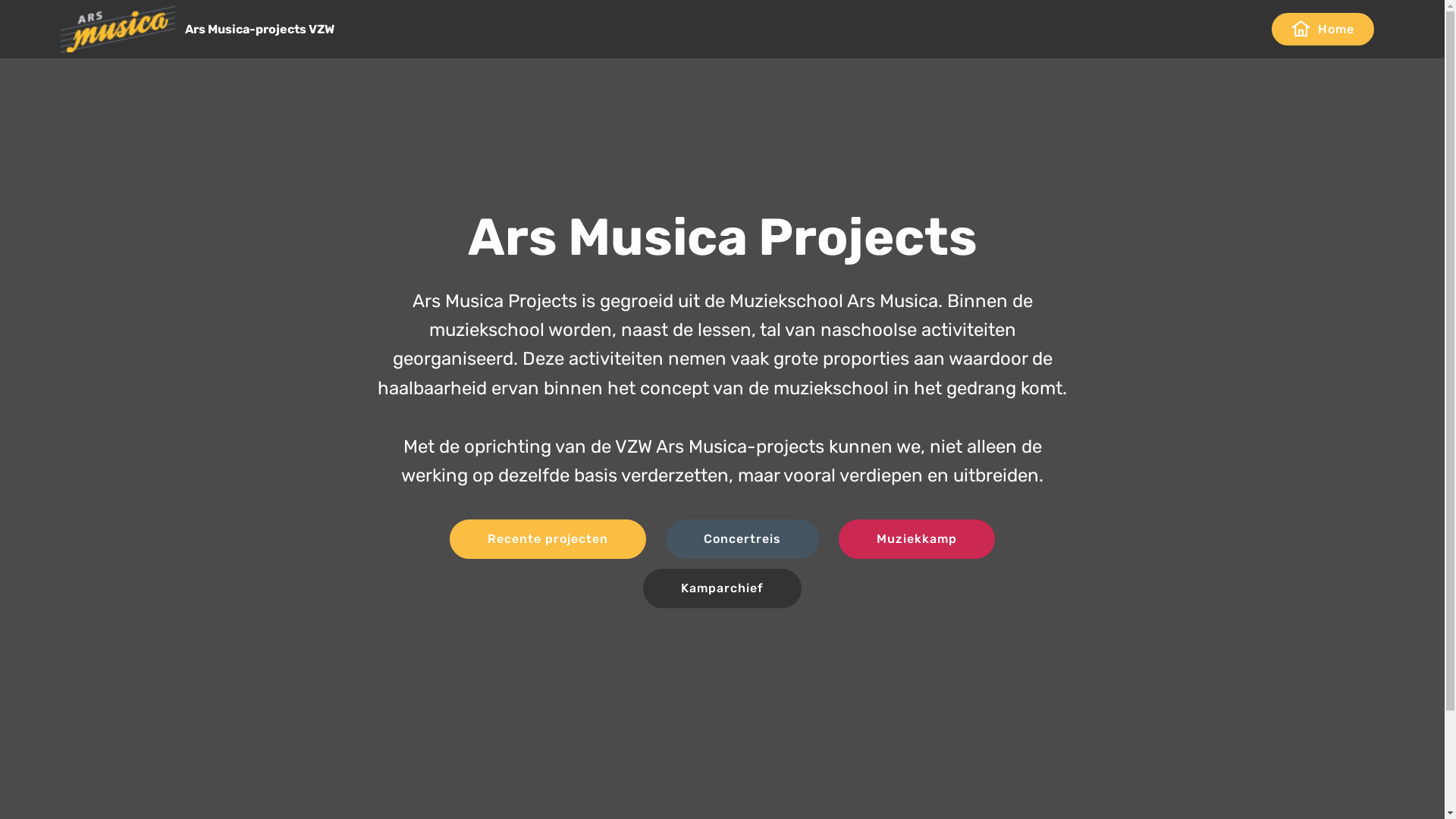 The height and width of the screenshot is (819, 1456). Describe the element at coordinates (271, 29) in the screenshot. I see `'Ars Musica-projects VZW'` at that location.